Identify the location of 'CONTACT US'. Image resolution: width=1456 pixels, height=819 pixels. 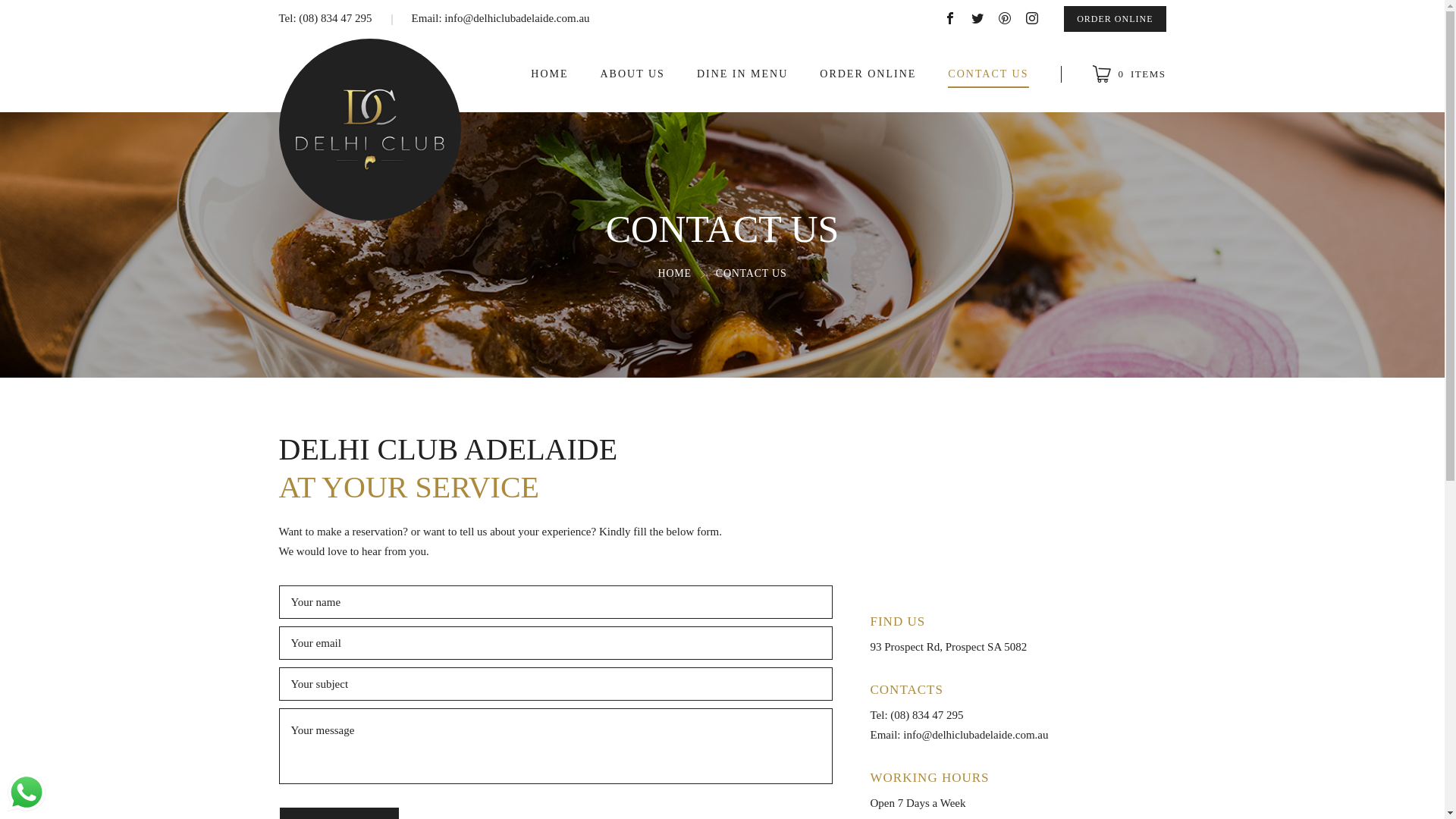
(987, 74).